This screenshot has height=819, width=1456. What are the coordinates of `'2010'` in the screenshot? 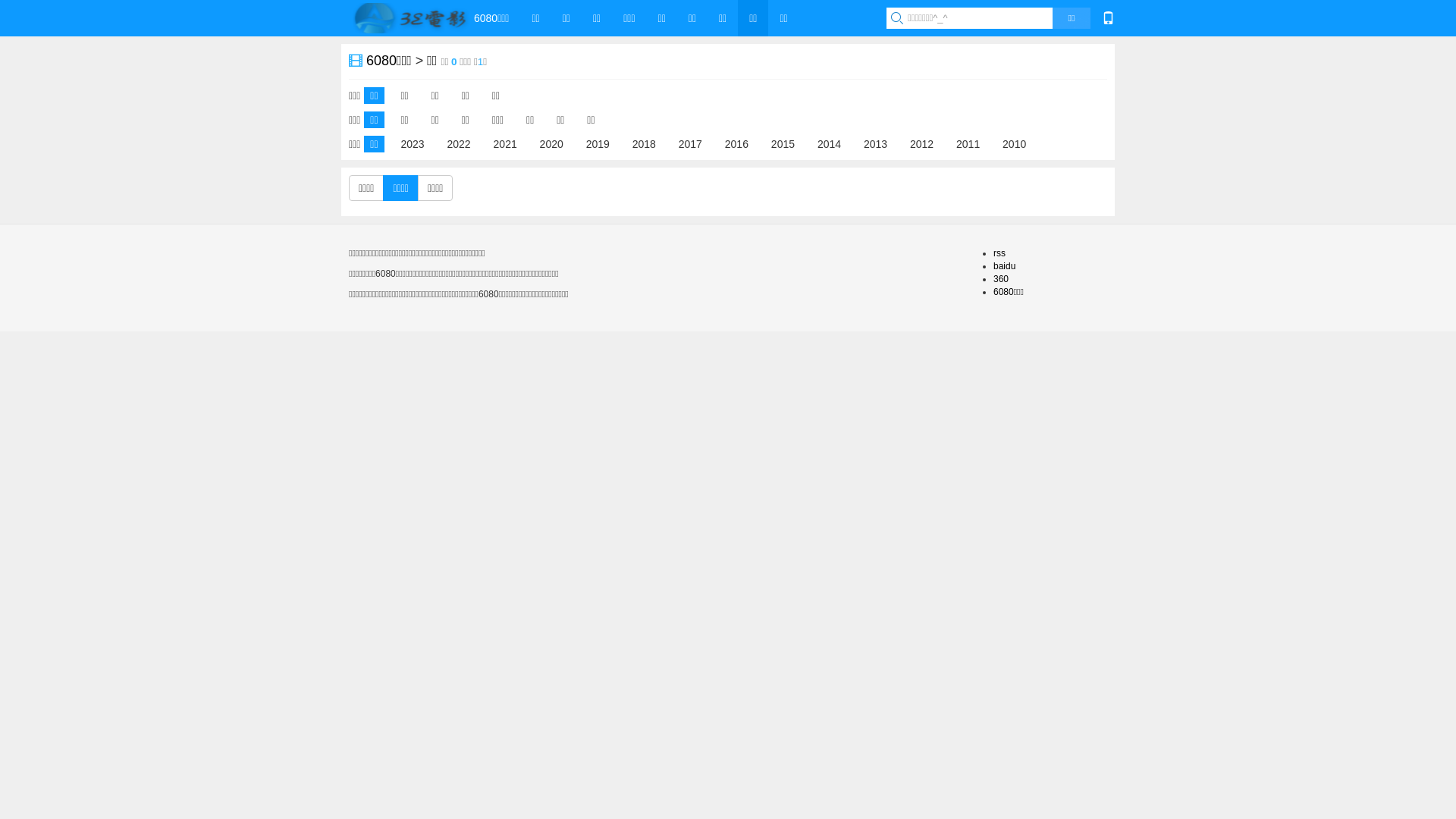 It's located at (1014, 143).